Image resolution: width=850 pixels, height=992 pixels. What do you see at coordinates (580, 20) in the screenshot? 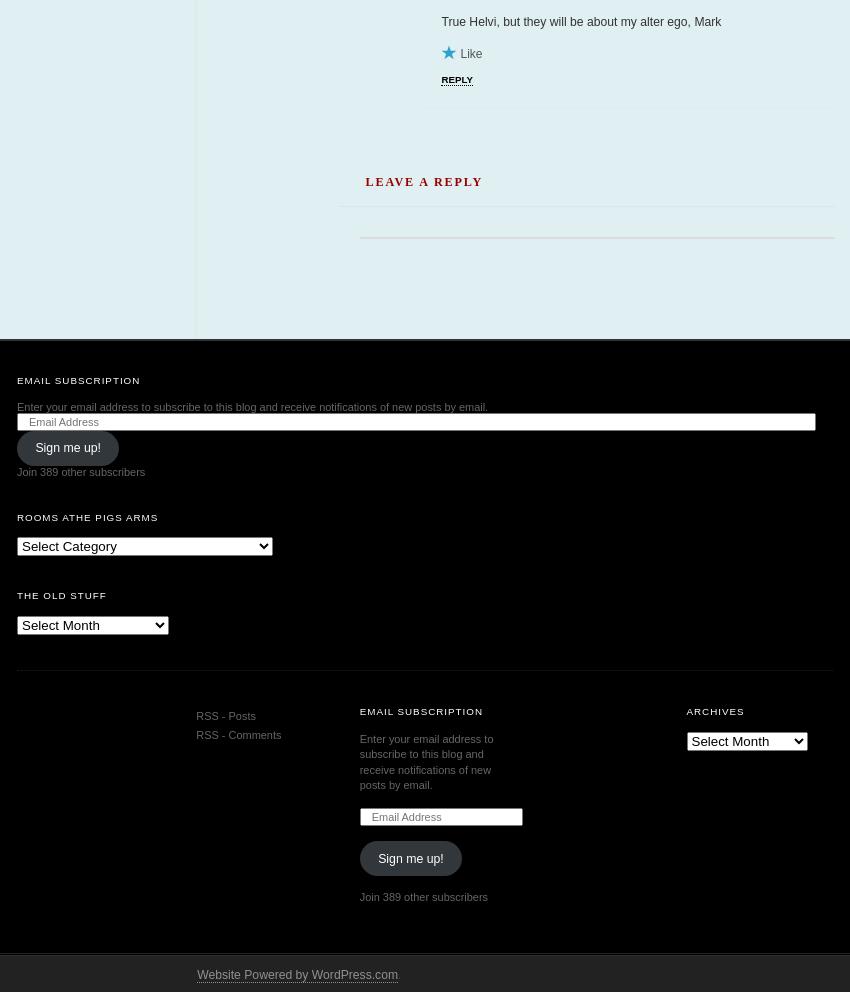
I see `'True Helvi, but they will be about my alter ego, Mark'` at bounding box center [580, 20].